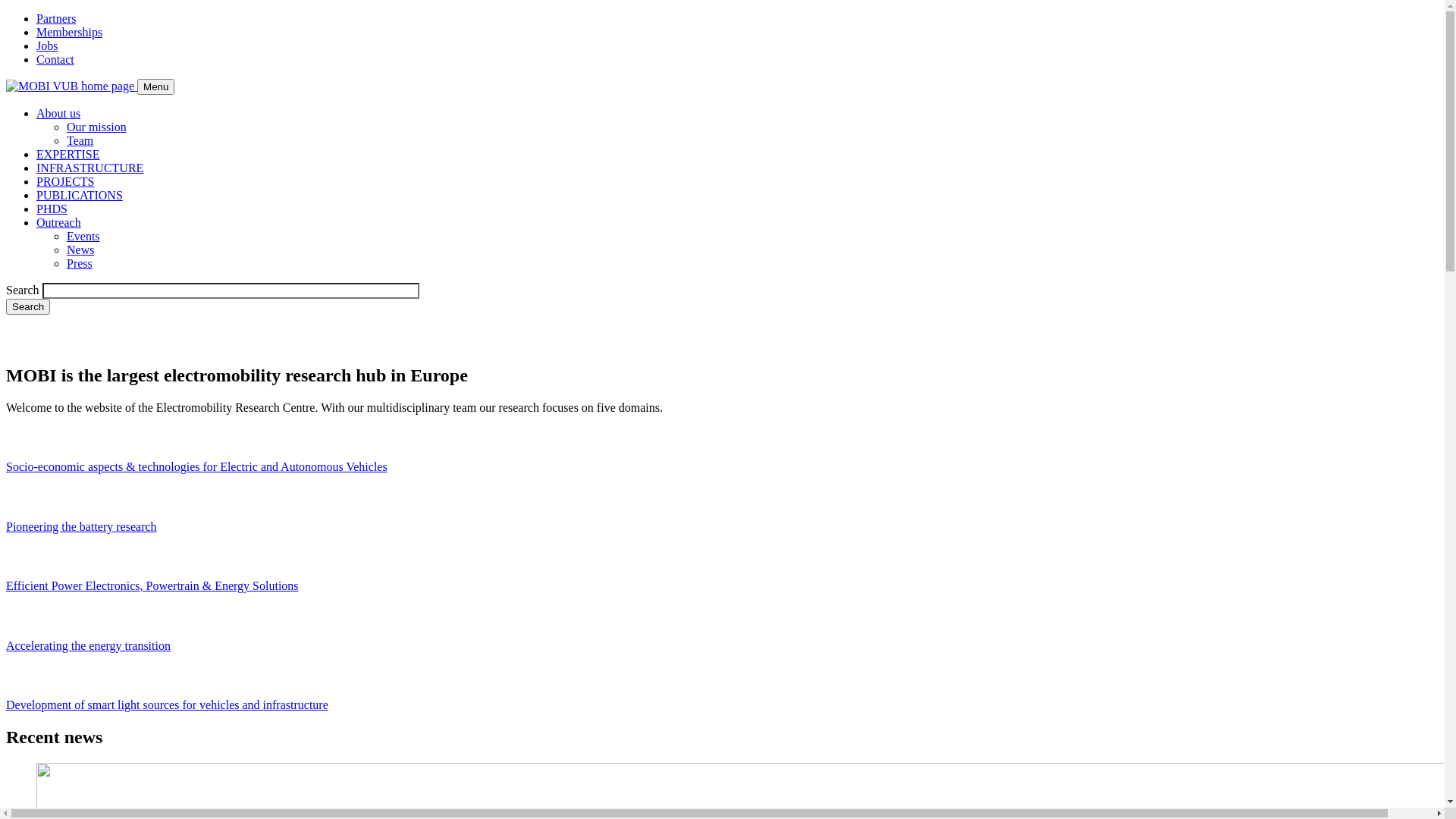  Describe the element at coordinates (152, 585) in the screenshot. I see `'Efficient Power Electronics, Powertrain & Energy Solutions'` at that location.